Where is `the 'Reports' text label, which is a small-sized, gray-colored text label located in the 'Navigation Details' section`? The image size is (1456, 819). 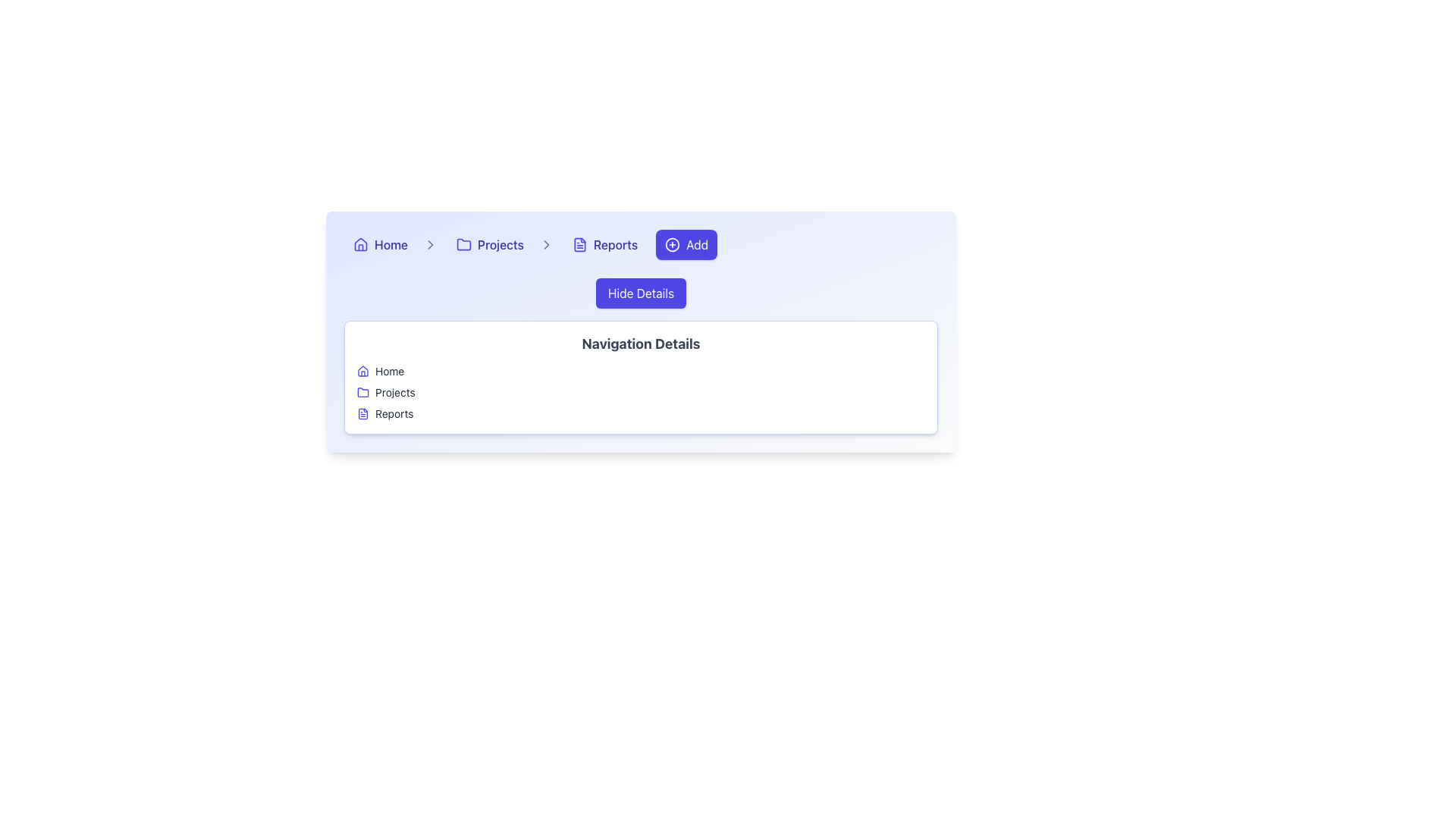 the 'Reports' text label, which is a small-sized, gray-colored text label located in the 'Navigation Details' section is located at coordinates (394, 414).